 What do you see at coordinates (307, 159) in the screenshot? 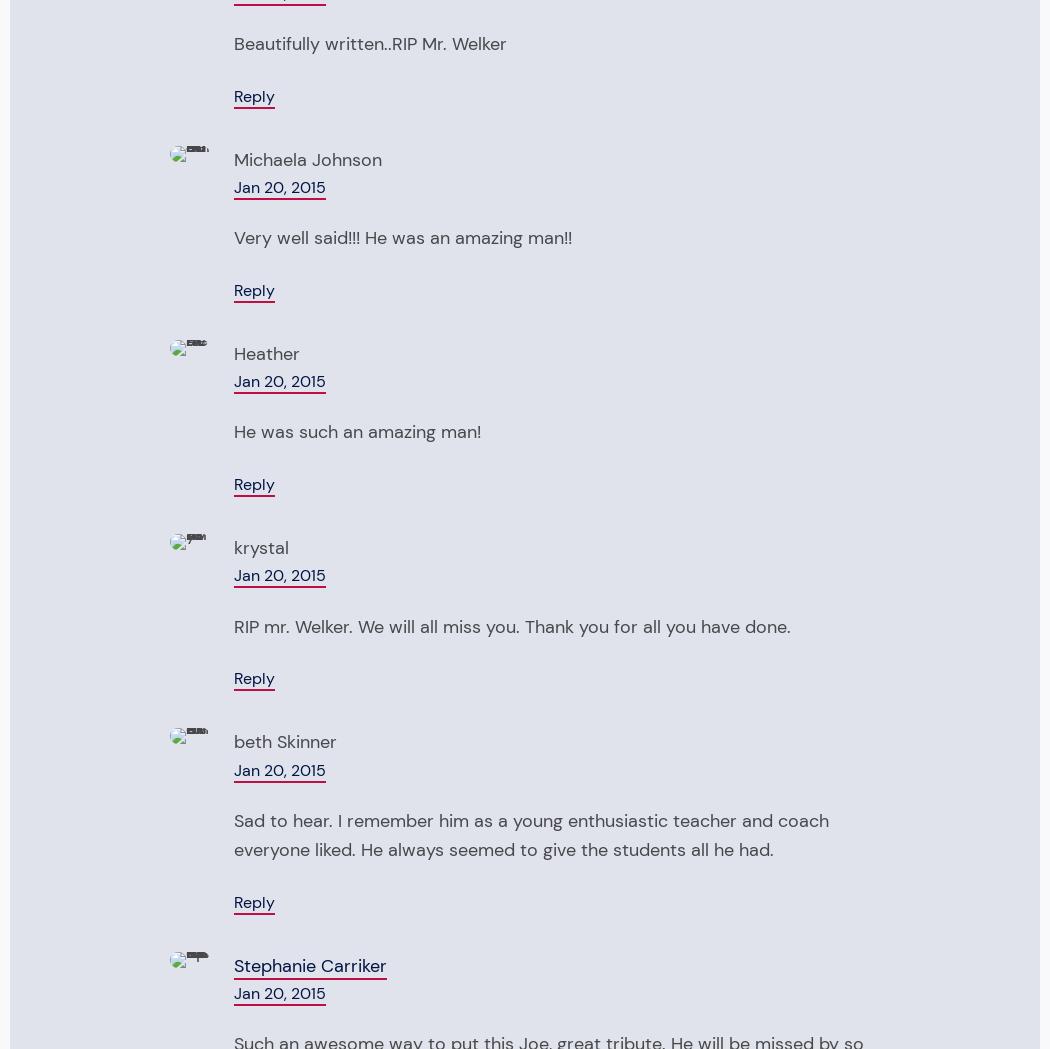
I see `'Michaela Johnson'` at bounding box center [307, 159].